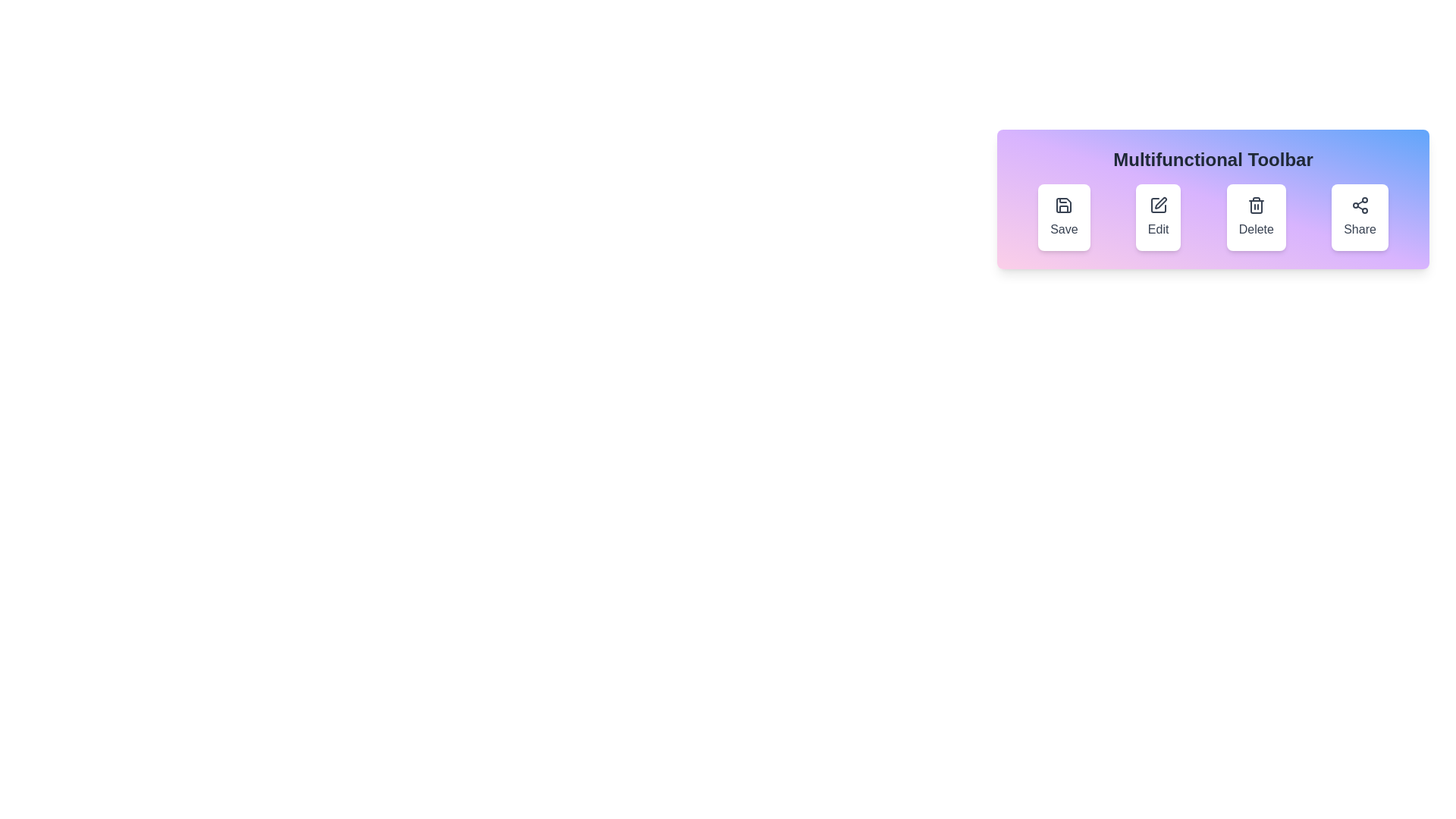 This screenshot has height=819, width=1456. I want to click on the edit icon located at the top-center of the 'Edit' button in the toolbar, so click(1157, 205).